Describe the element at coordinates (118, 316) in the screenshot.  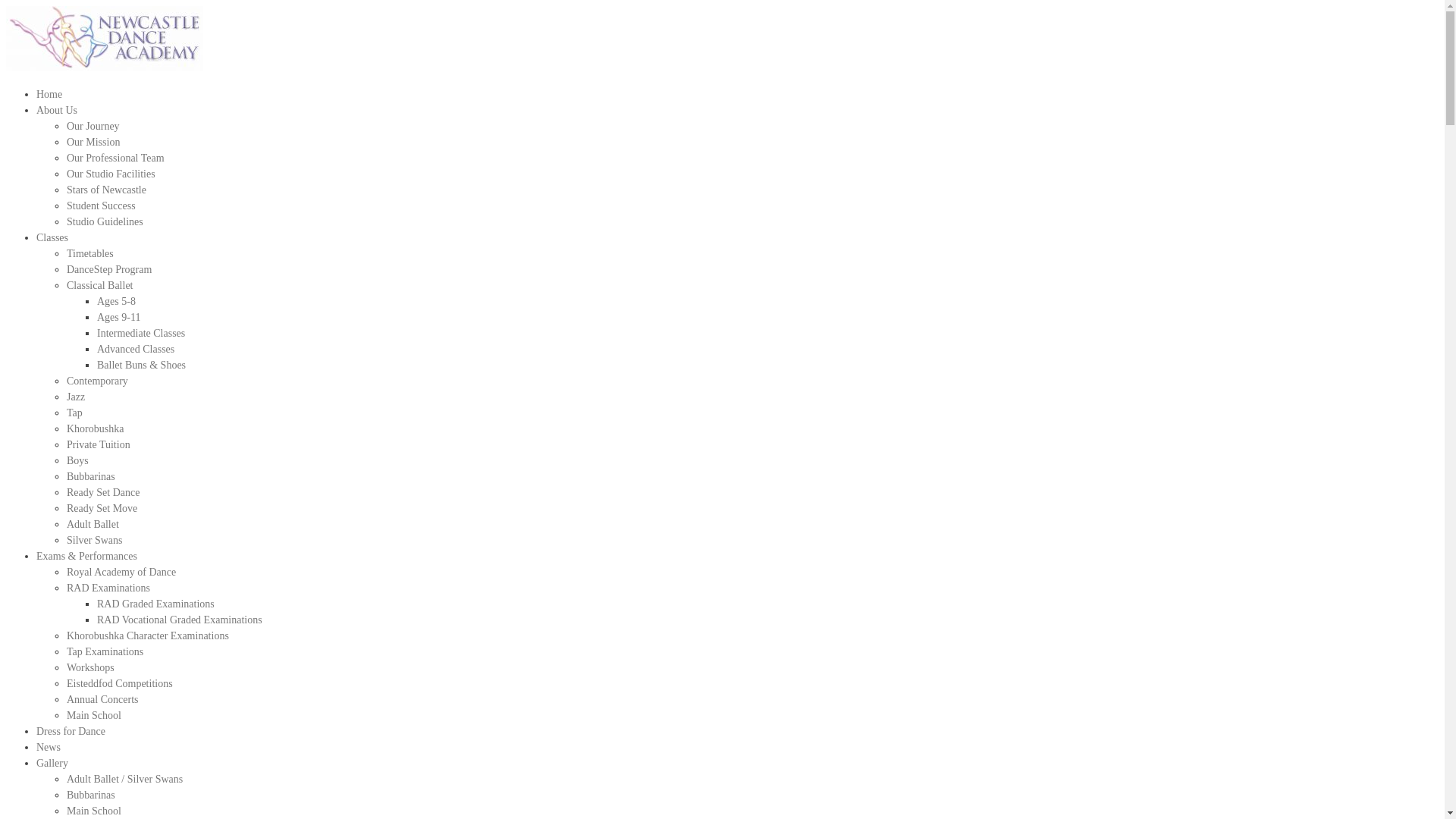
I see `'Ages 9-11'` at that location.